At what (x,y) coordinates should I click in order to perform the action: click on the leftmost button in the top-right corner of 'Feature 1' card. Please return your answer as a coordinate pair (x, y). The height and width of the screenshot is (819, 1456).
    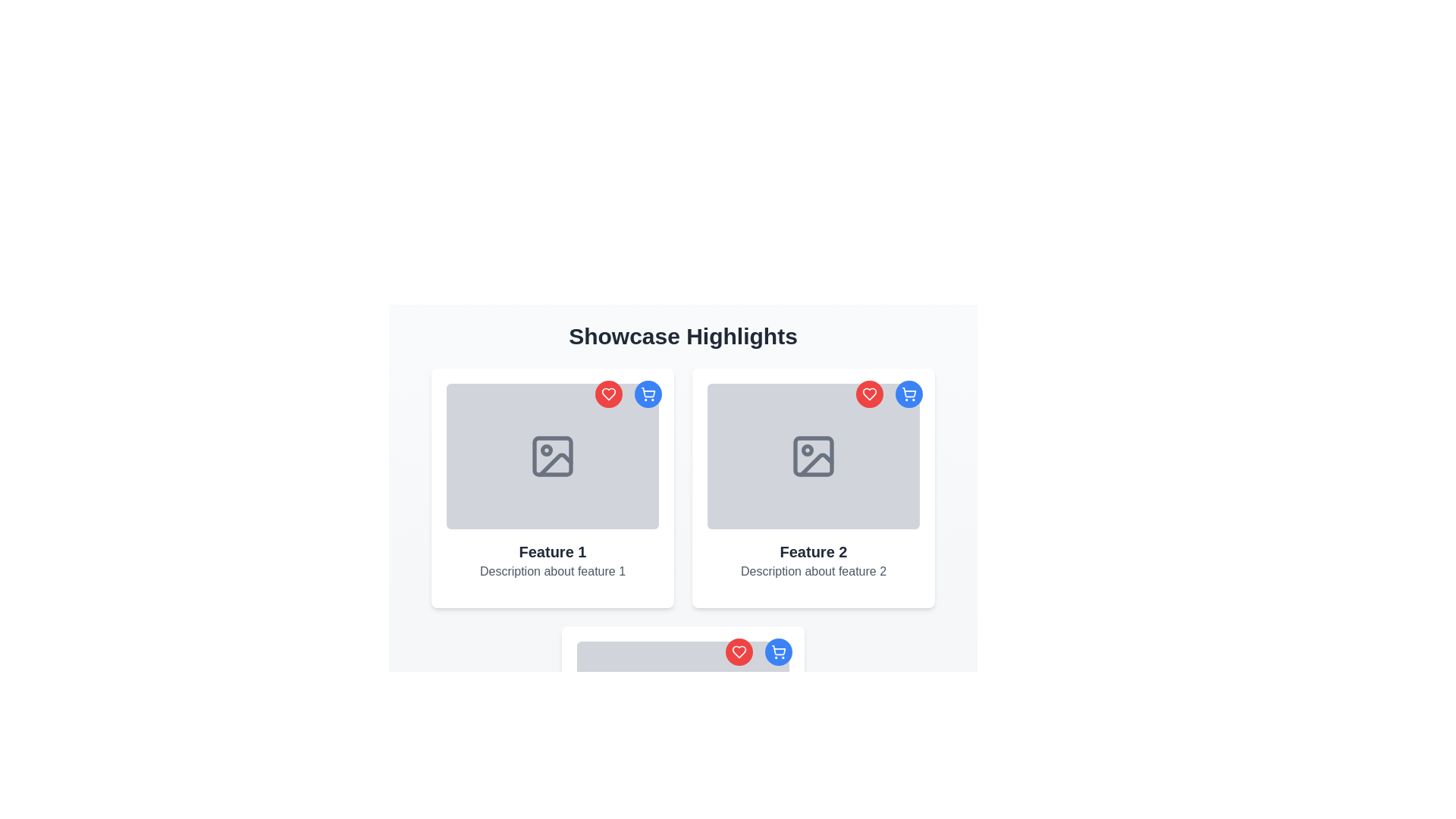
    Looking at the image, I should click on (608, 394).